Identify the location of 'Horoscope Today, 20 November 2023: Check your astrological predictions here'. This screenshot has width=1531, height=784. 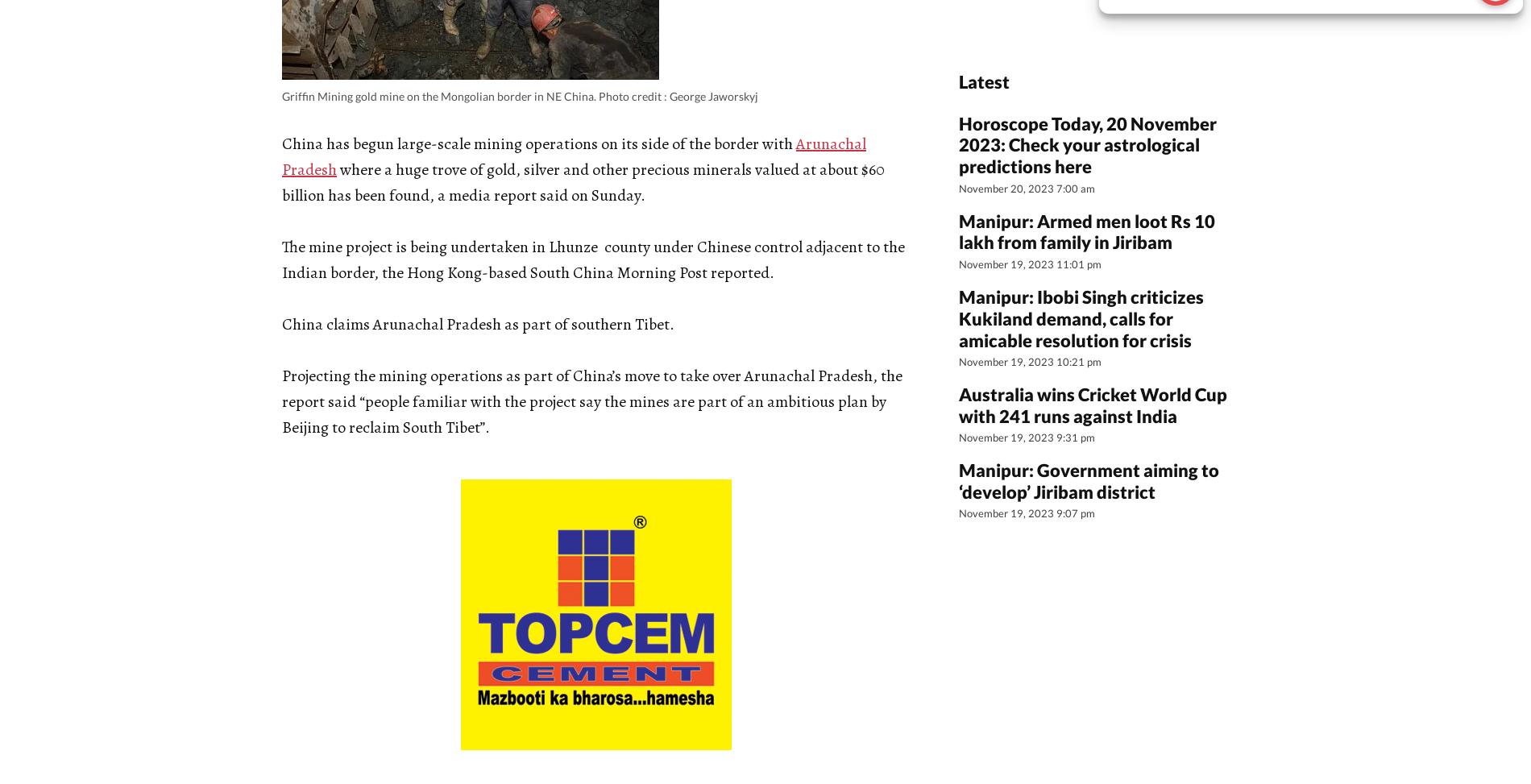
(1086, 144).